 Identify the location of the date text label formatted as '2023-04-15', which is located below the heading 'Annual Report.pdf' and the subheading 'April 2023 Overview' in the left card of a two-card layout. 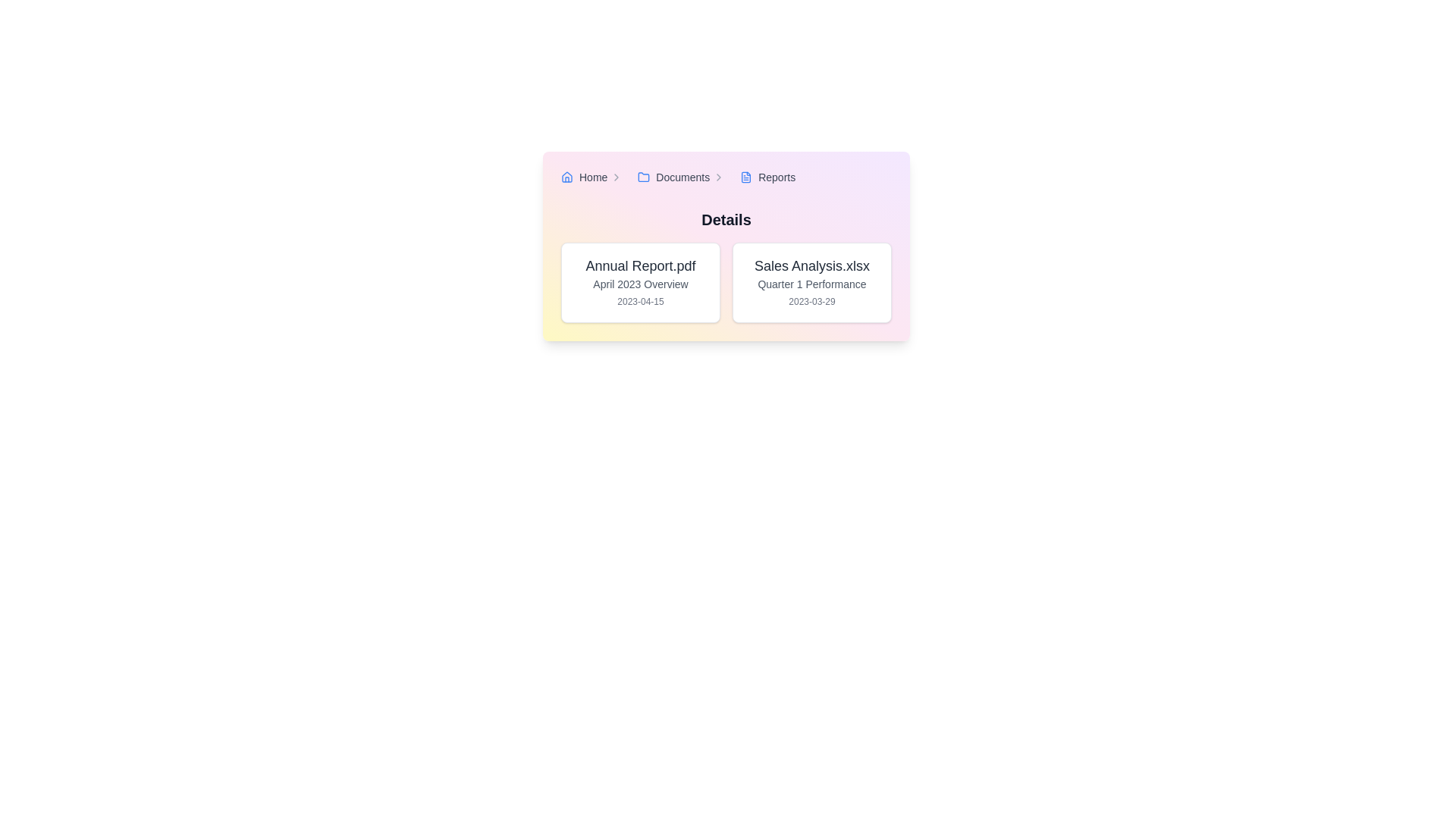
(640, 301).